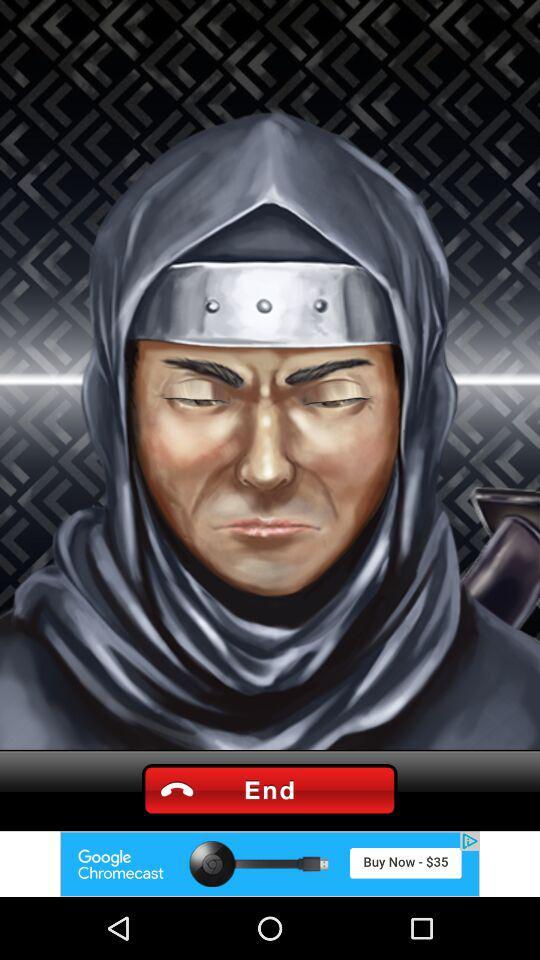 Image resolution: width=540 pixels, height=960 pixels. I want to click on end buttn, so click(269, 790).